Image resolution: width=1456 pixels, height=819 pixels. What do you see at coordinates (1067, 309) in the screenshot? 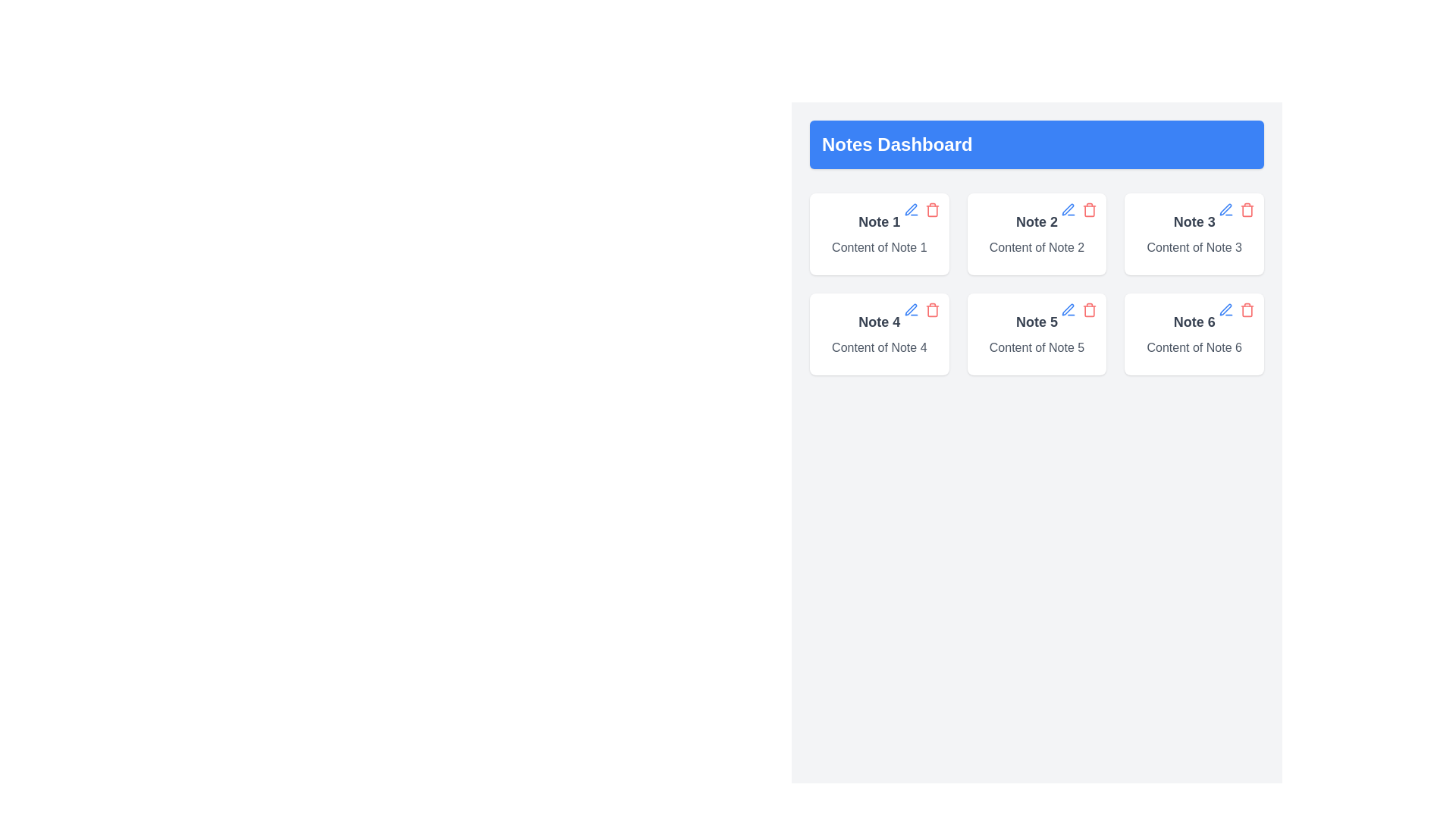
I see `the pen icon located at the top-right corner of the 'Note 1' card` at bounding box center [1067, 309].